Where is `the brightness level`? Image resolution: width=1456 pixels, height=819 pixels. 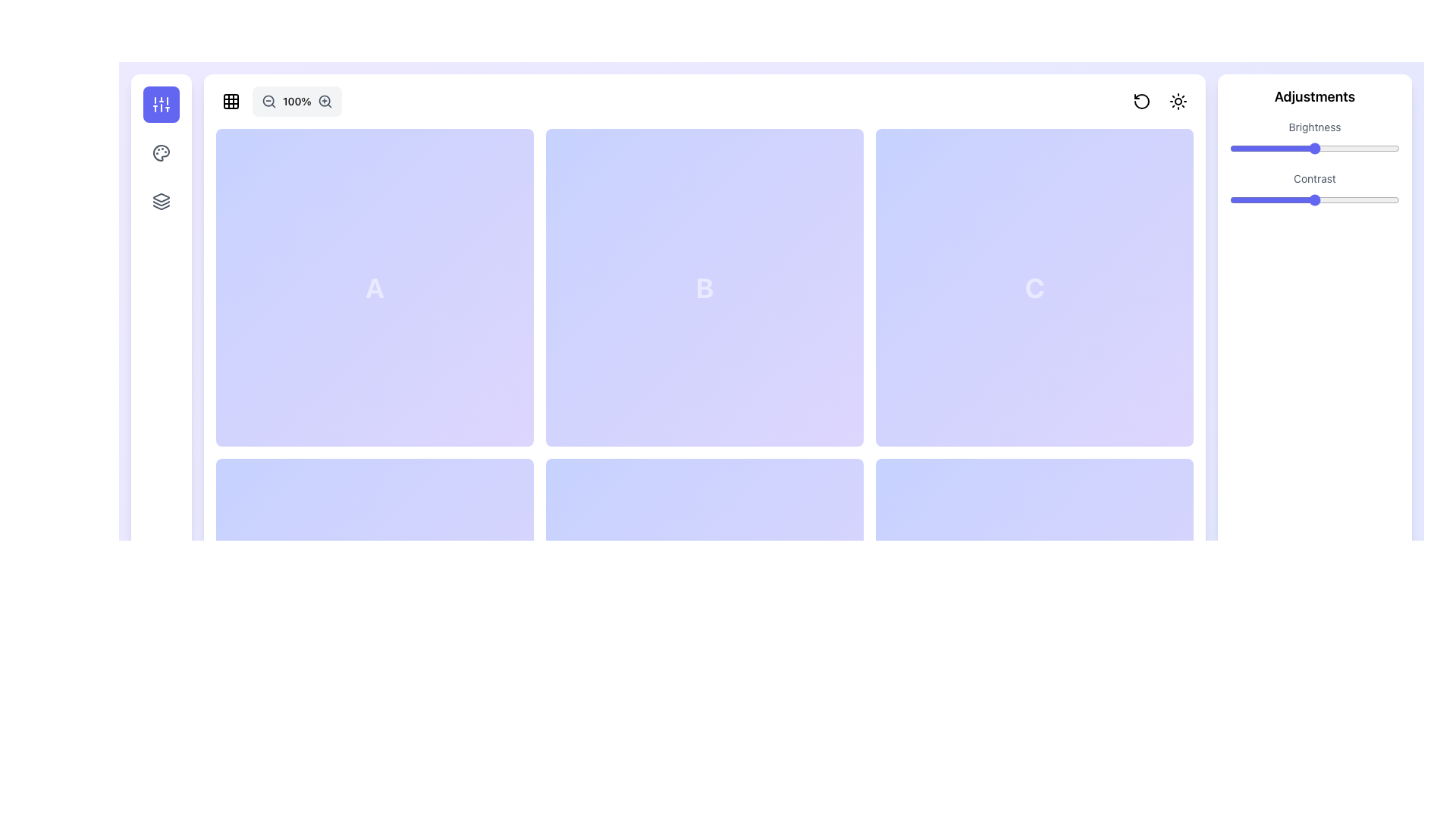 the brightness level is located at coordinates (1310, 149).